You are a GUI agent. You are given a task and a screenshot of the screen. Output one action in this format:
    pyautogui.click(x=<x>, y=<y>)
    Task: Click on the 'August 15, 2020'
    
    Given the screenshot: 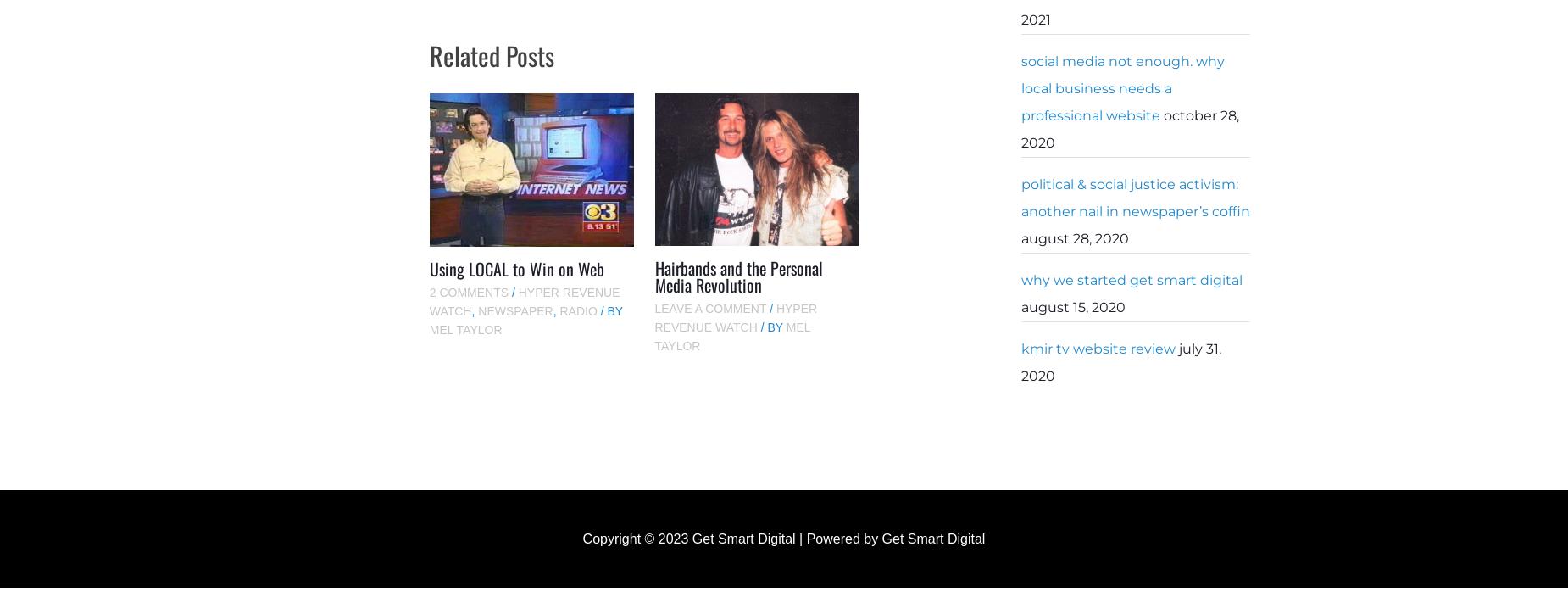 What is the action you would take?
    pyautogui.click(x=1072, y=307)
    